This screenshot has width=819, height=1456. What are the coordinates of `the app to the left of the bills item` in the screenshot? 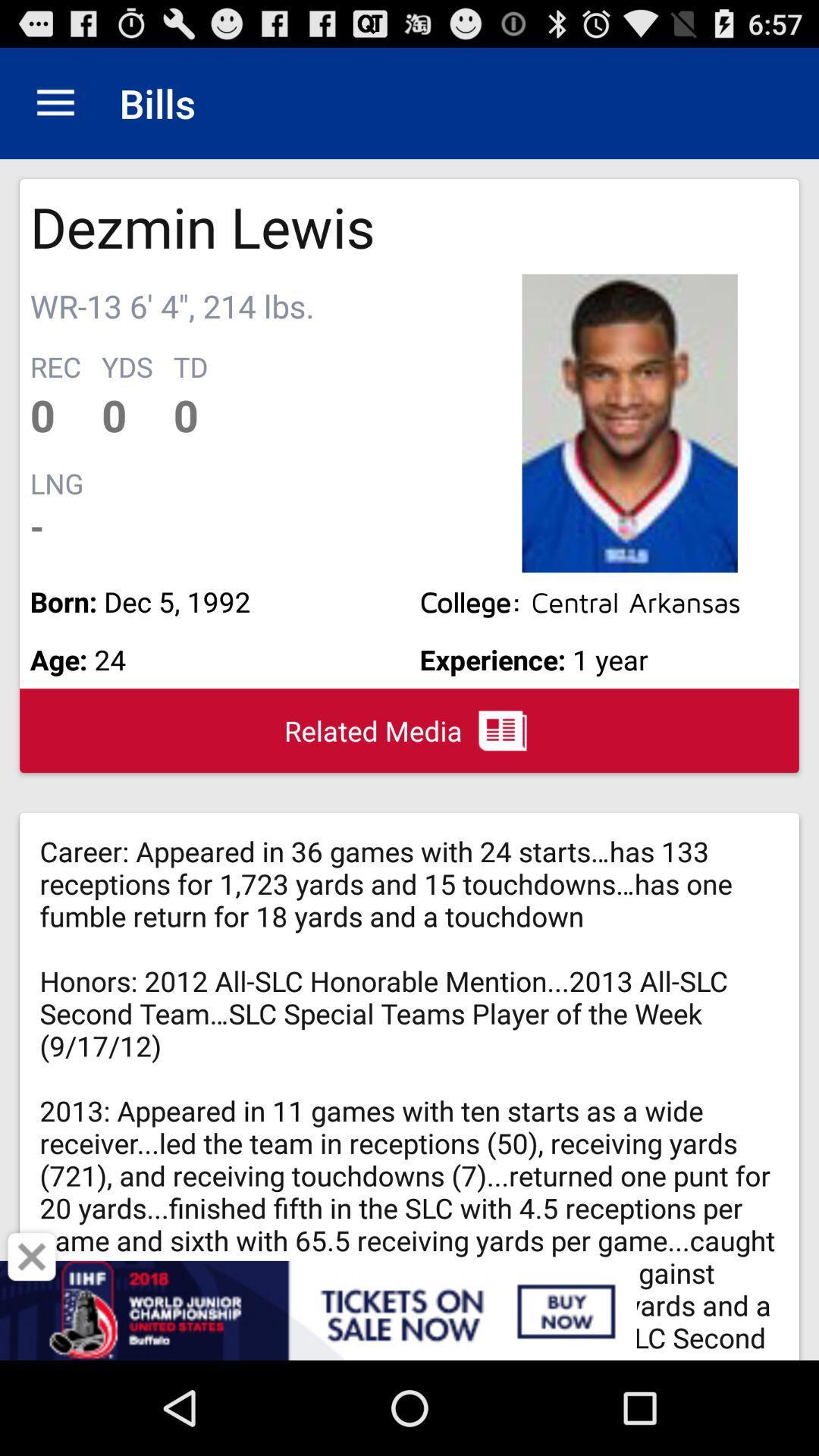 It's located at (55, 102).